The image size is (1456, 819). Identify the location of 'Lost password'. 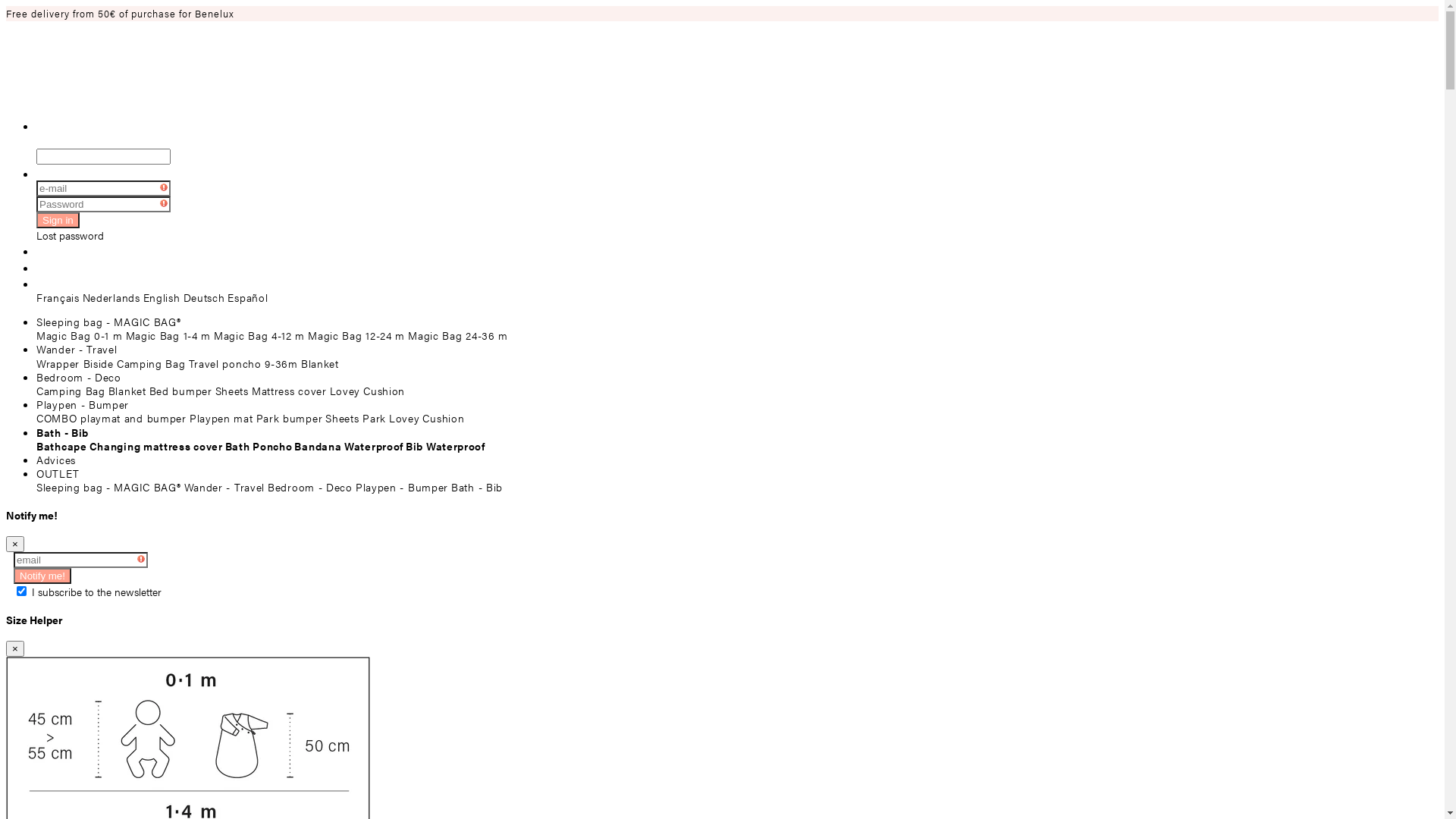
(69, 234).